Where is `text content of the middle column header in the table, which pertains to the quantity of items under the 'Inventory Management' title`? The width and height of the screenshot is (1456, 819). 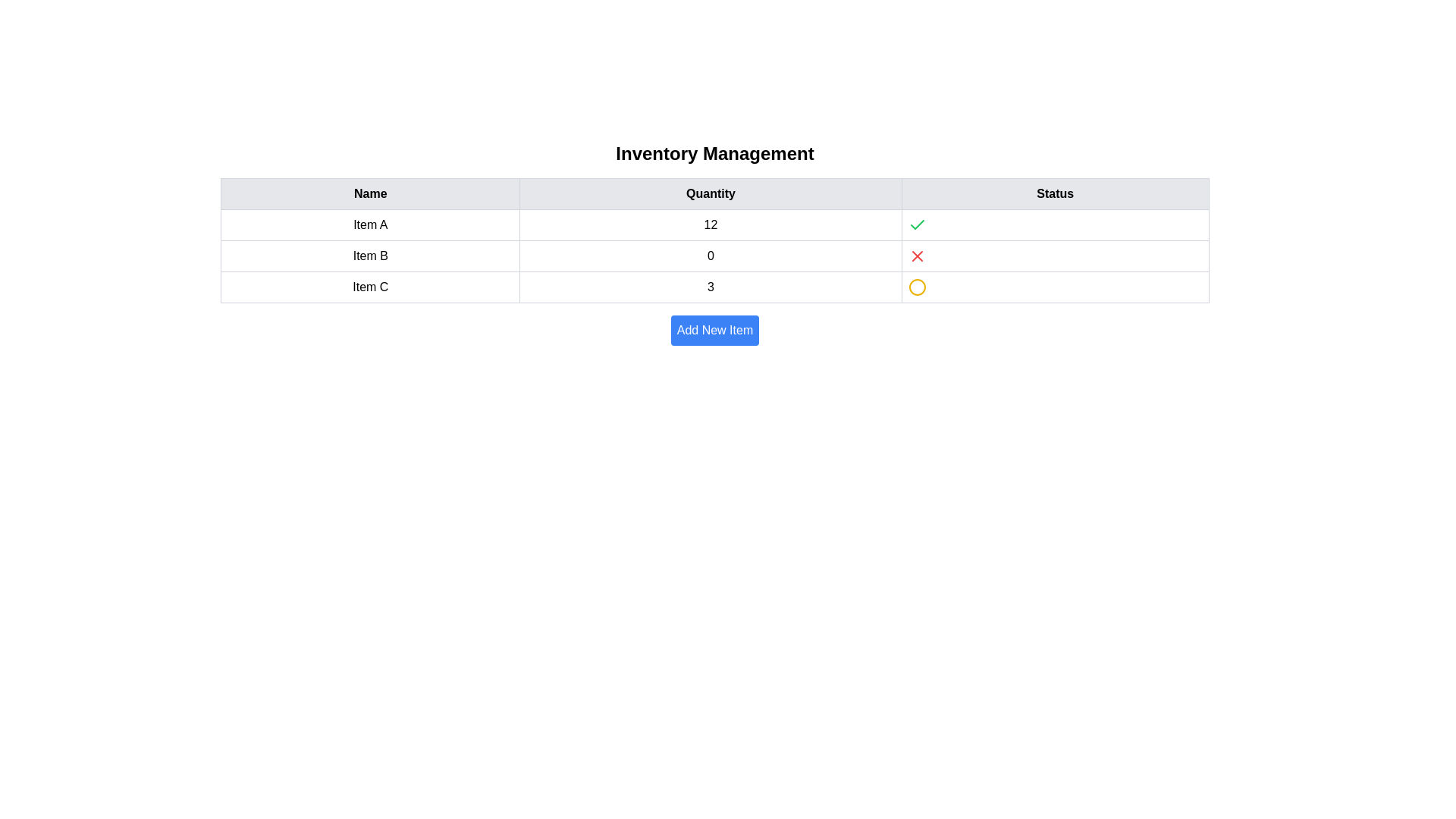
text content of the middle column header in the table, which pertains to the quantity of items under the 'Inventory Management' title is located at coordinates (710, 193).